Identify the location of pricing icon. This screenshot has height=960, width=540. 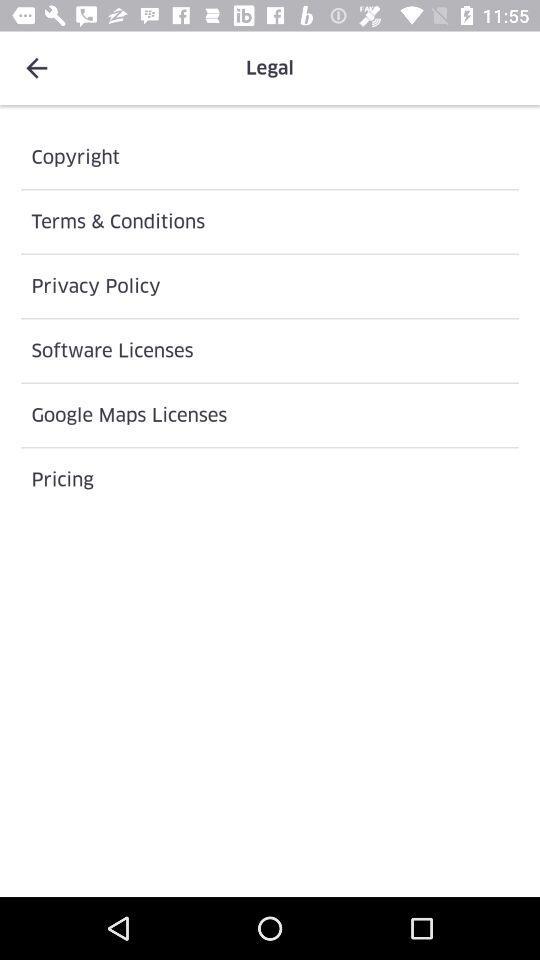
(270, 480).